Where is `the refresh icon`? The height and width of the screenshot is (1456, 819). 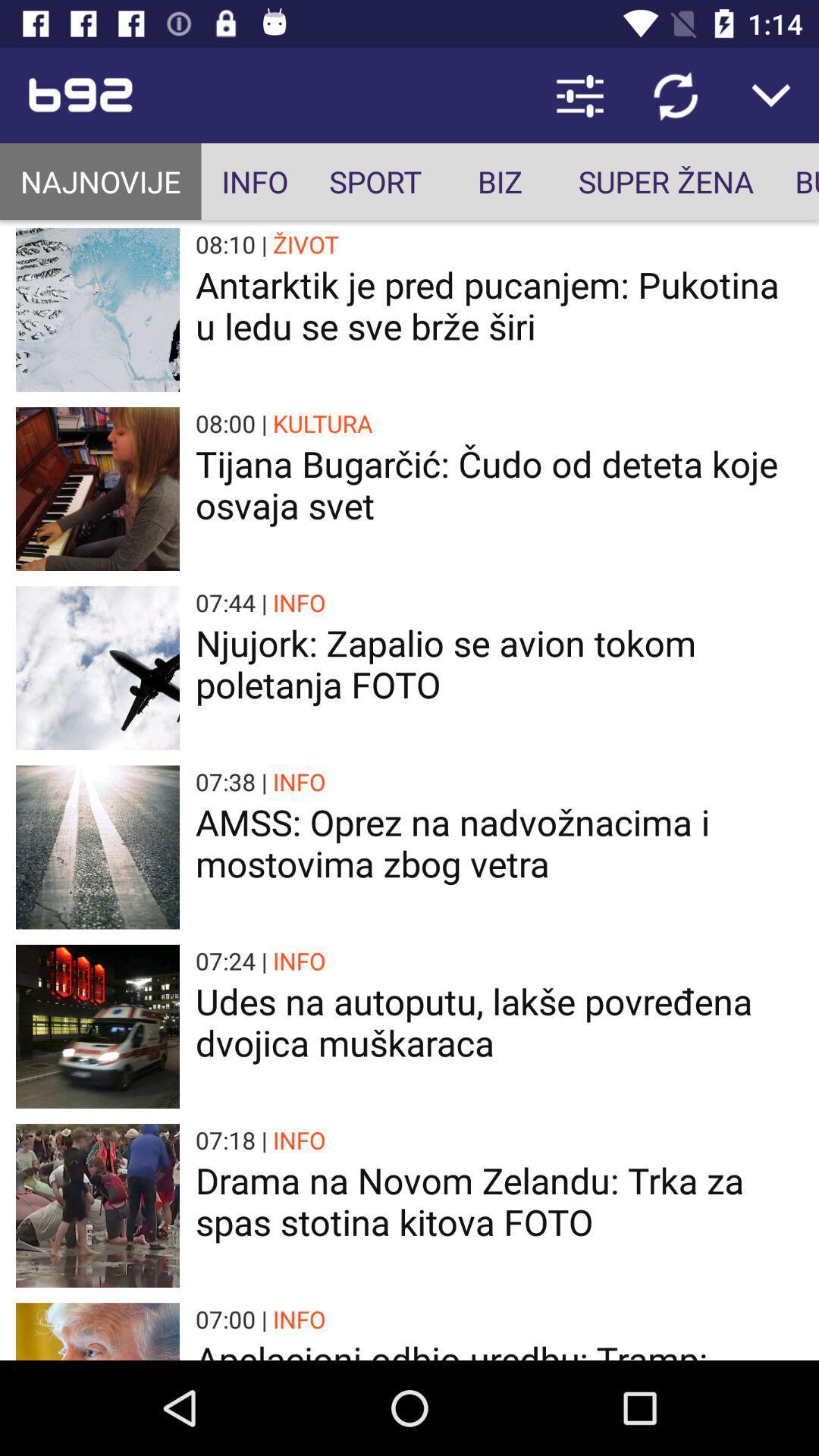 the refresh icon is located at coordinates (675, 94).